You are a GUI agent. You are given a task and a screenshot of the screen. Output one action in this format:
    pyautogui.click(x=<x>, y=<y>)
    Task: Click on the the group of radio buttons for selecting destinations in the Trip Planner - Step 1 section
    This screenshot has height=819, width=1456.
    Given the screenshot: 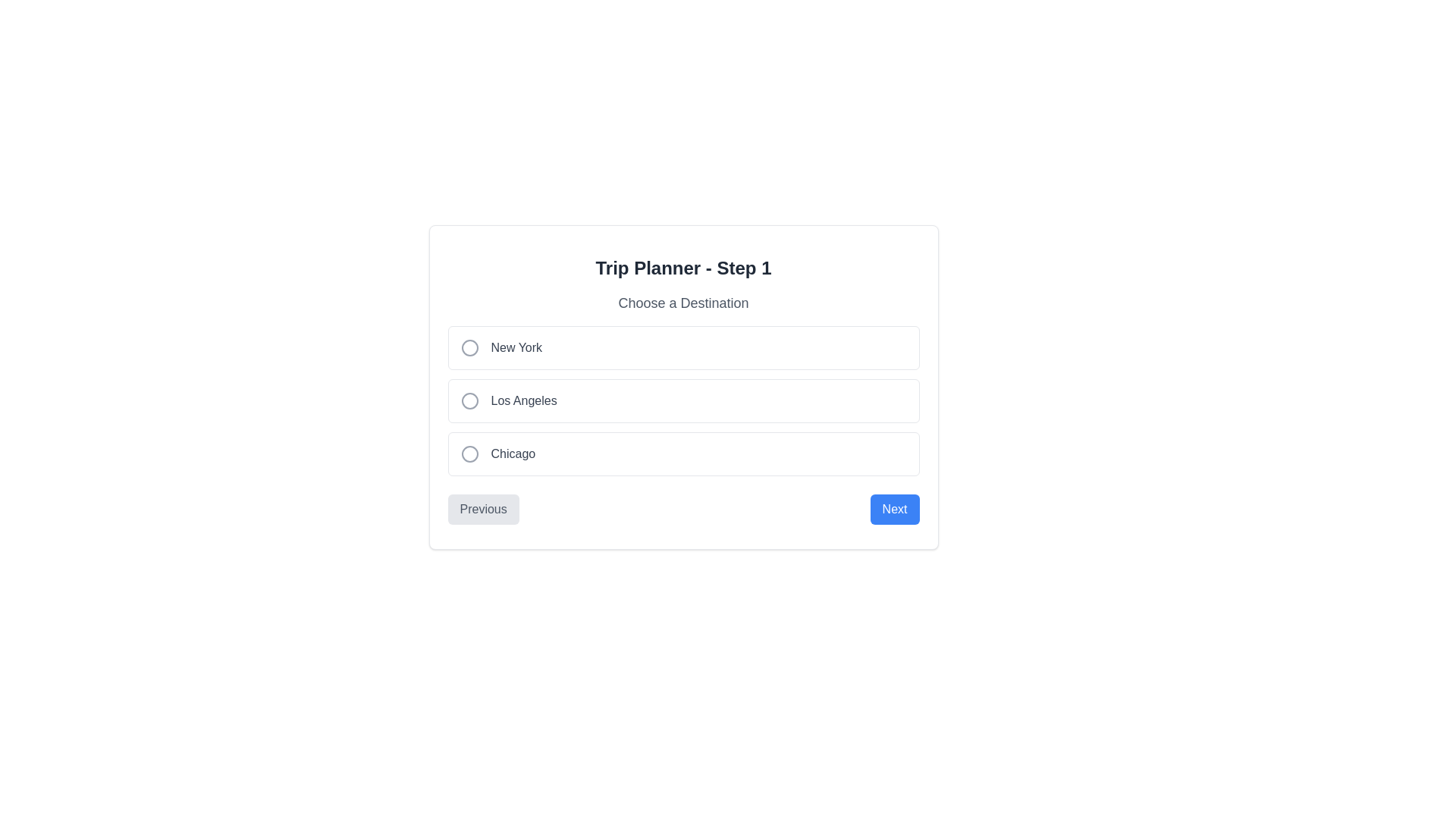 What is the action you would take?
    pyautogui.click(x=682, y=383)
    